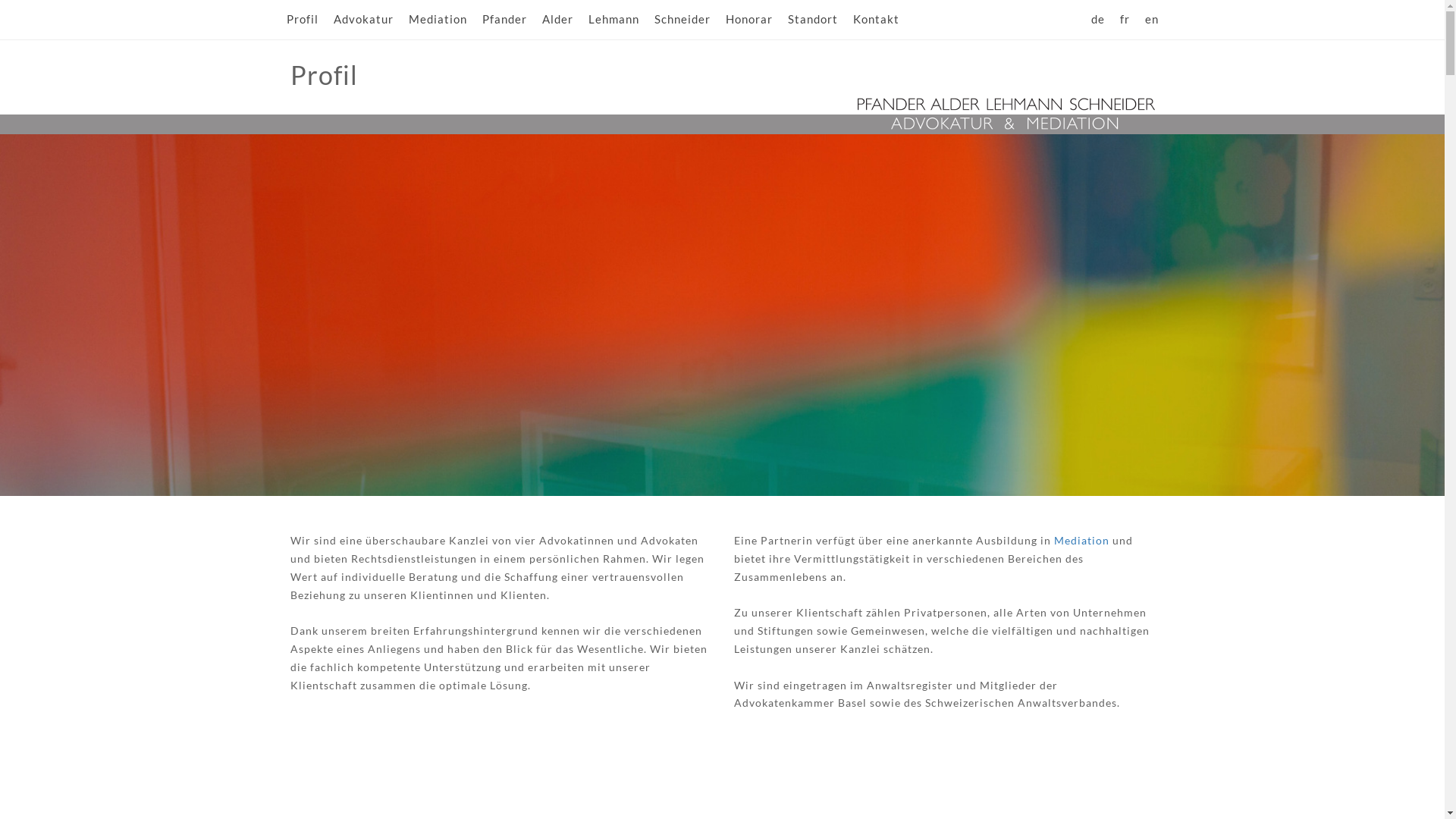 The image size is (1456, 819). What do you see at coordinates (556, 20) in the screenshot?
I see `'Alder'` at bounding box center [556, 20].